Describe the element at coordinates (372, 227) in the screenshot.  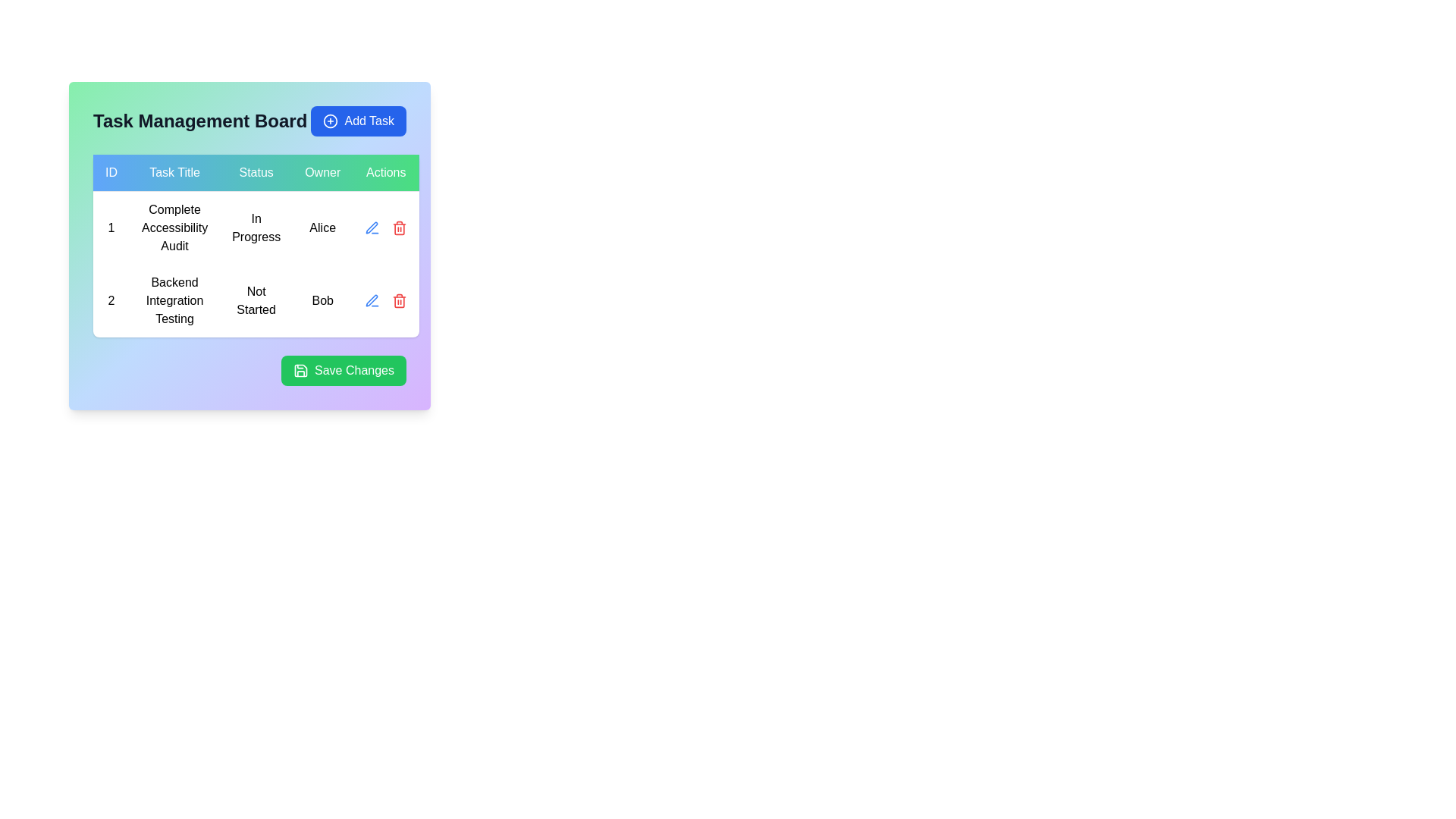
I see `the blue edit icon button located in the 'Actions' column of the first row in the task management table` at that location.